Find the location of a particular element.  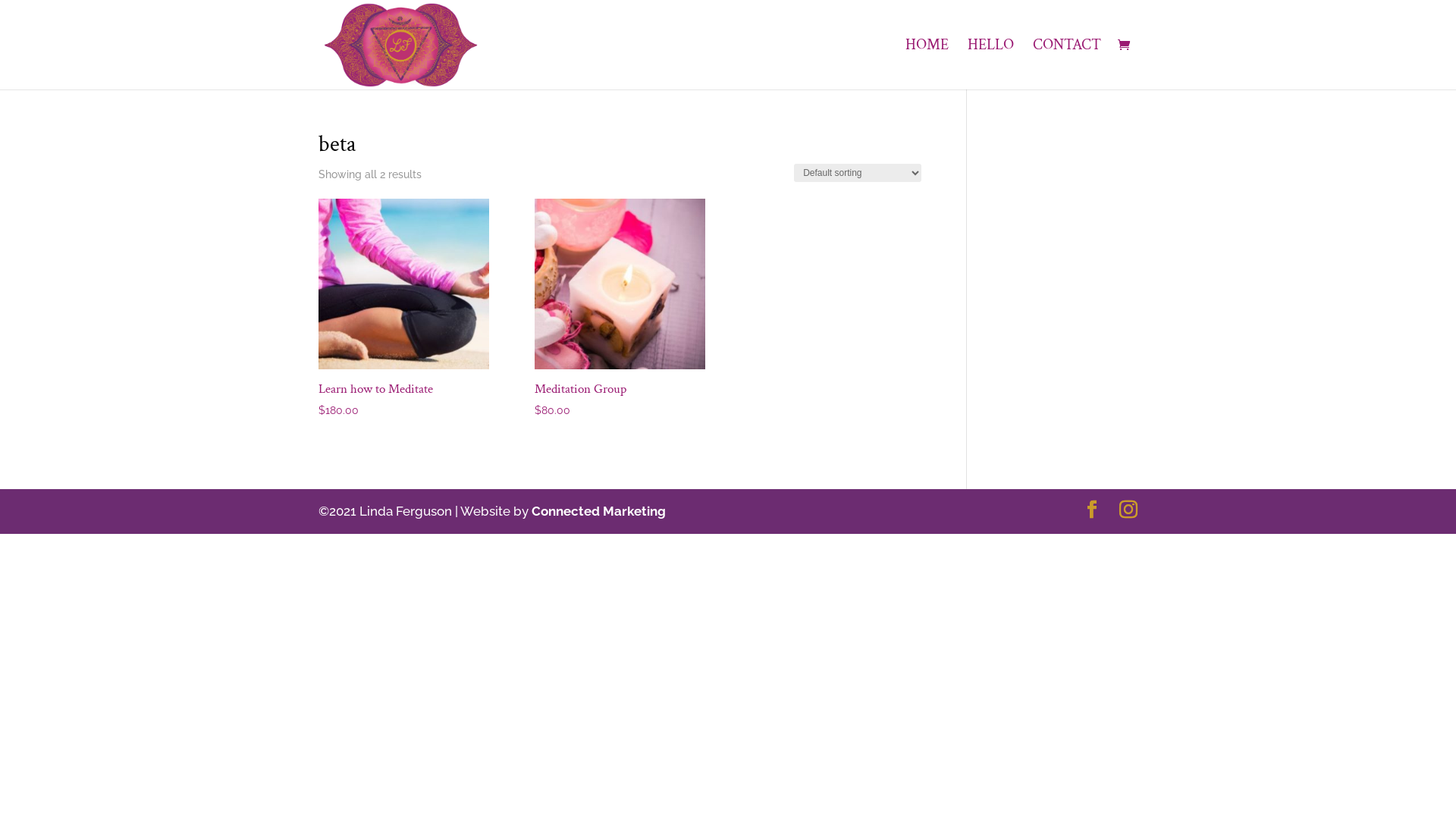

'HELLO' is located at coordinates (990, 63).